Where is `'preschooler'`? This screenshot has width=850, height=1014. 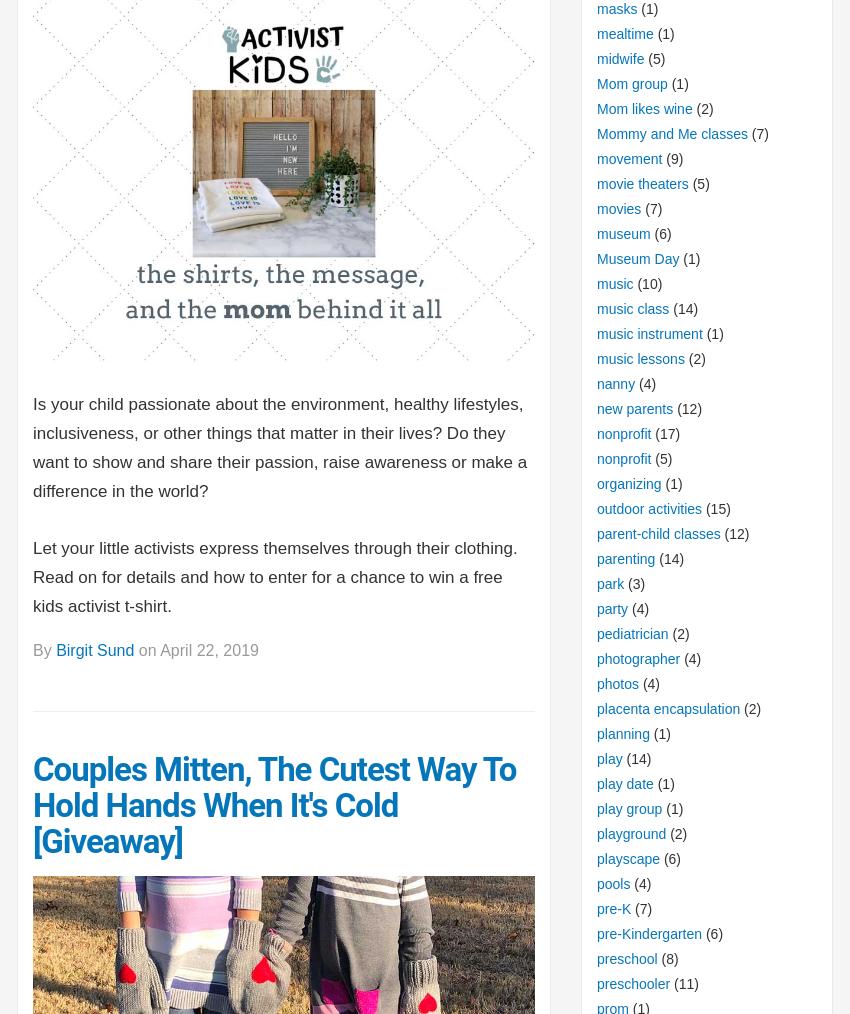
'preschooler' is located at coordinates (595, 982).